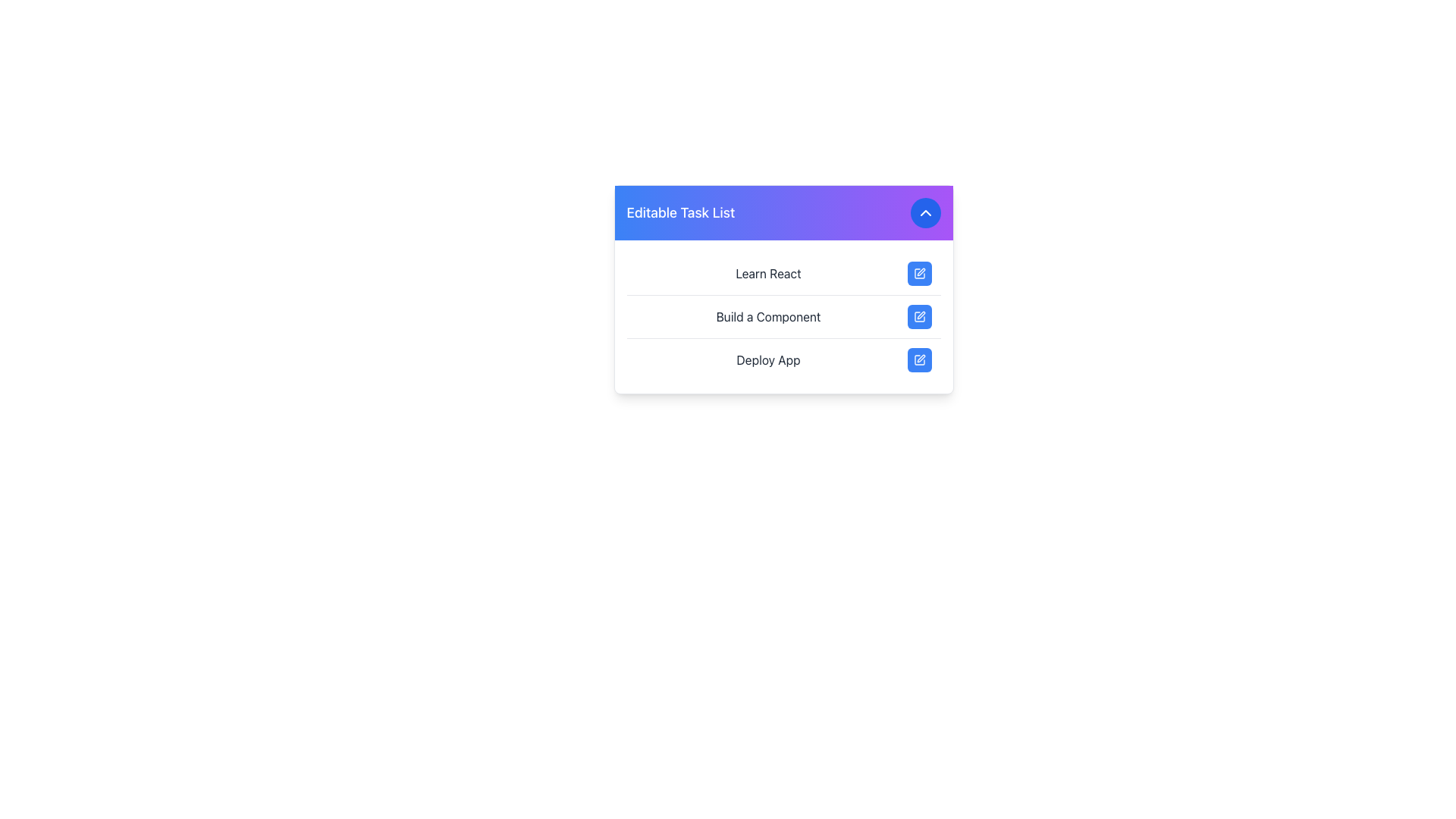 The image size is (1456, 819). Describe the element at coordinates (783, 359) in the screenshot. I see `the task list item labeled 'Deploy App'` at that location.